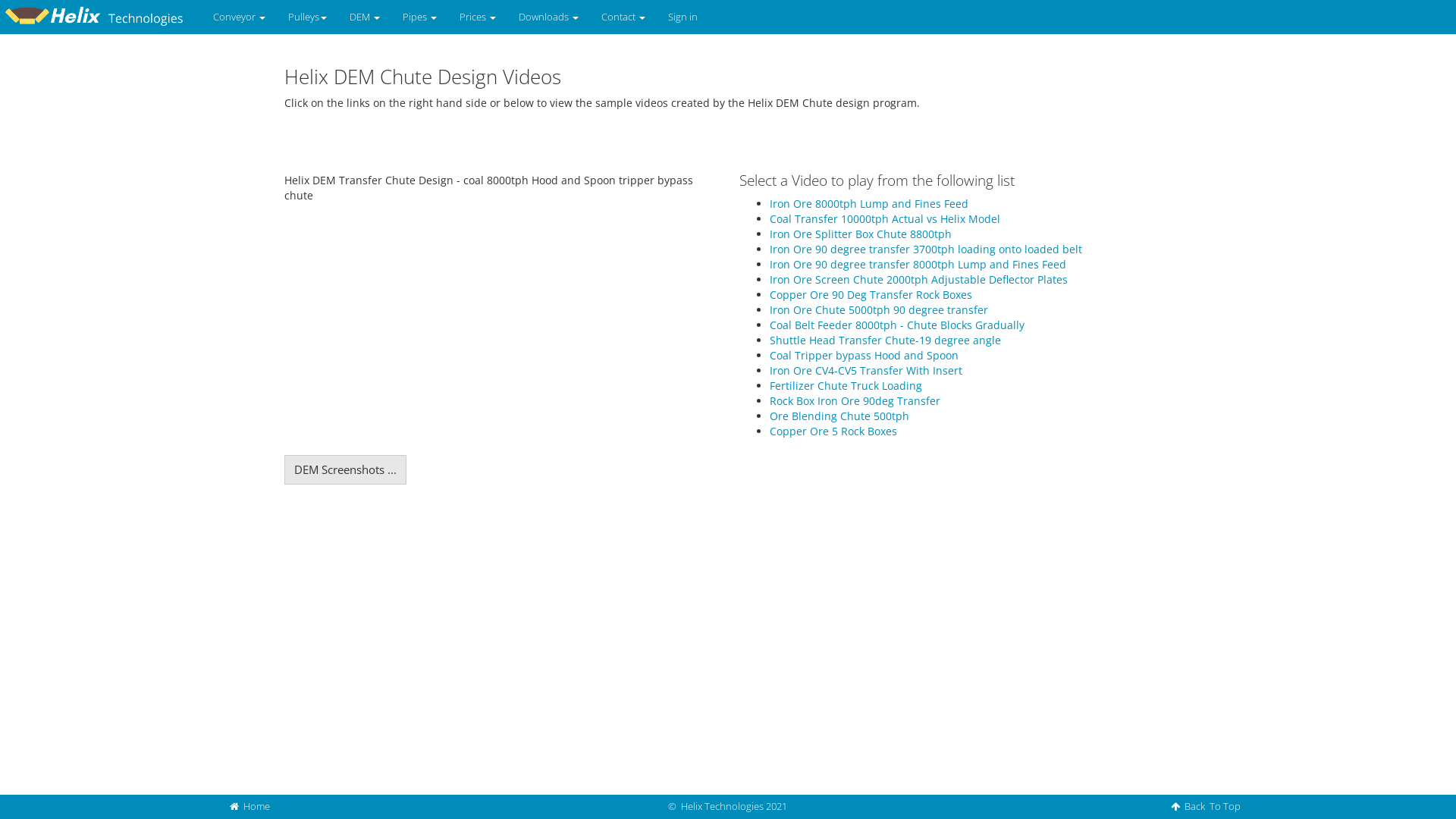 The height and width of the screenshot is (819, 1456). Describe the element at coordinates (769, 324) in the screenshot. I see `'Coal Belt Feeder 8000tph - Chute Blocks Gradually'` at that location.